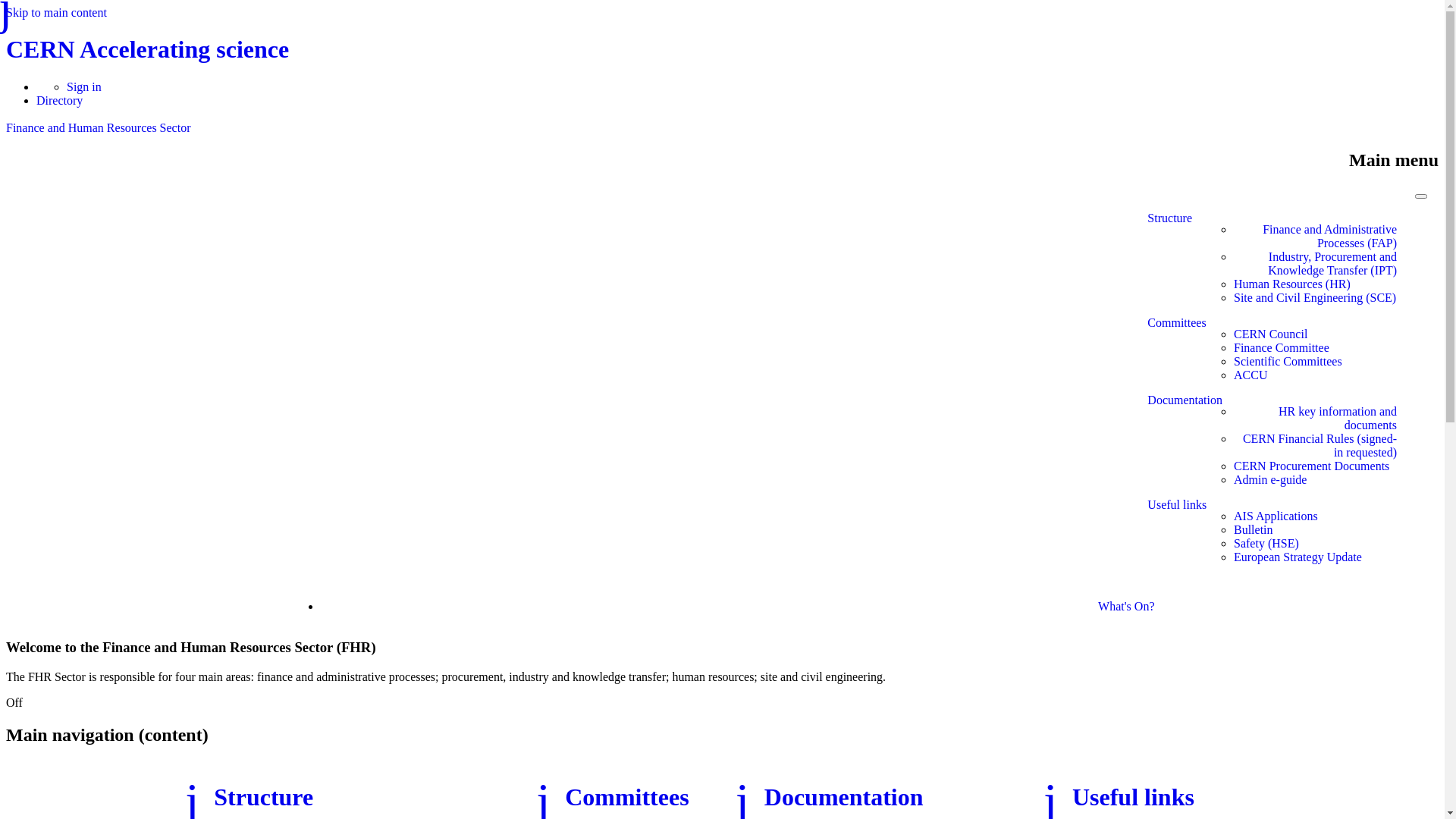 The height and width of the screenshot is (819, 1456). I want to click on 'Toggle navigation', so click(1420, 195).